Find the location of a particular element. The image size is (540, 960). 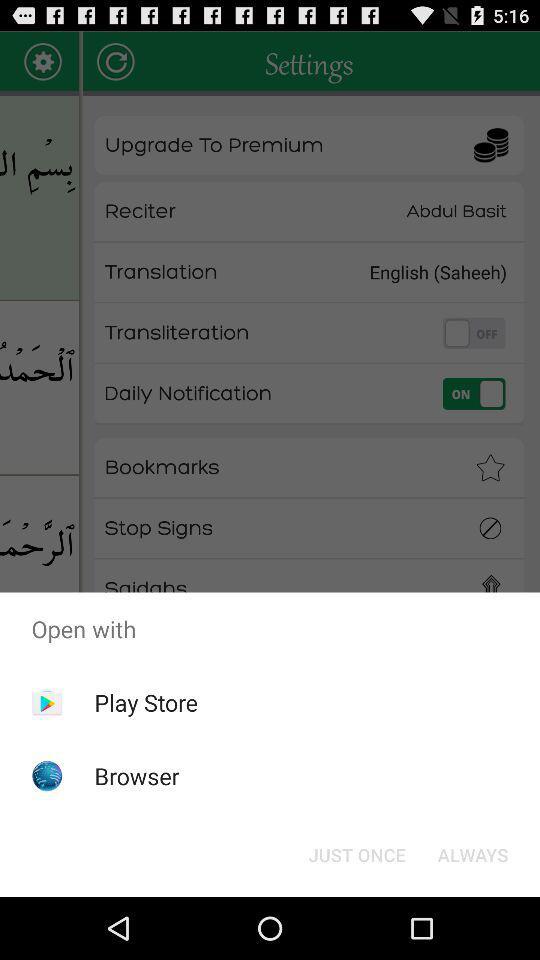

the icon below play store app is located at coordinates (136, 775).